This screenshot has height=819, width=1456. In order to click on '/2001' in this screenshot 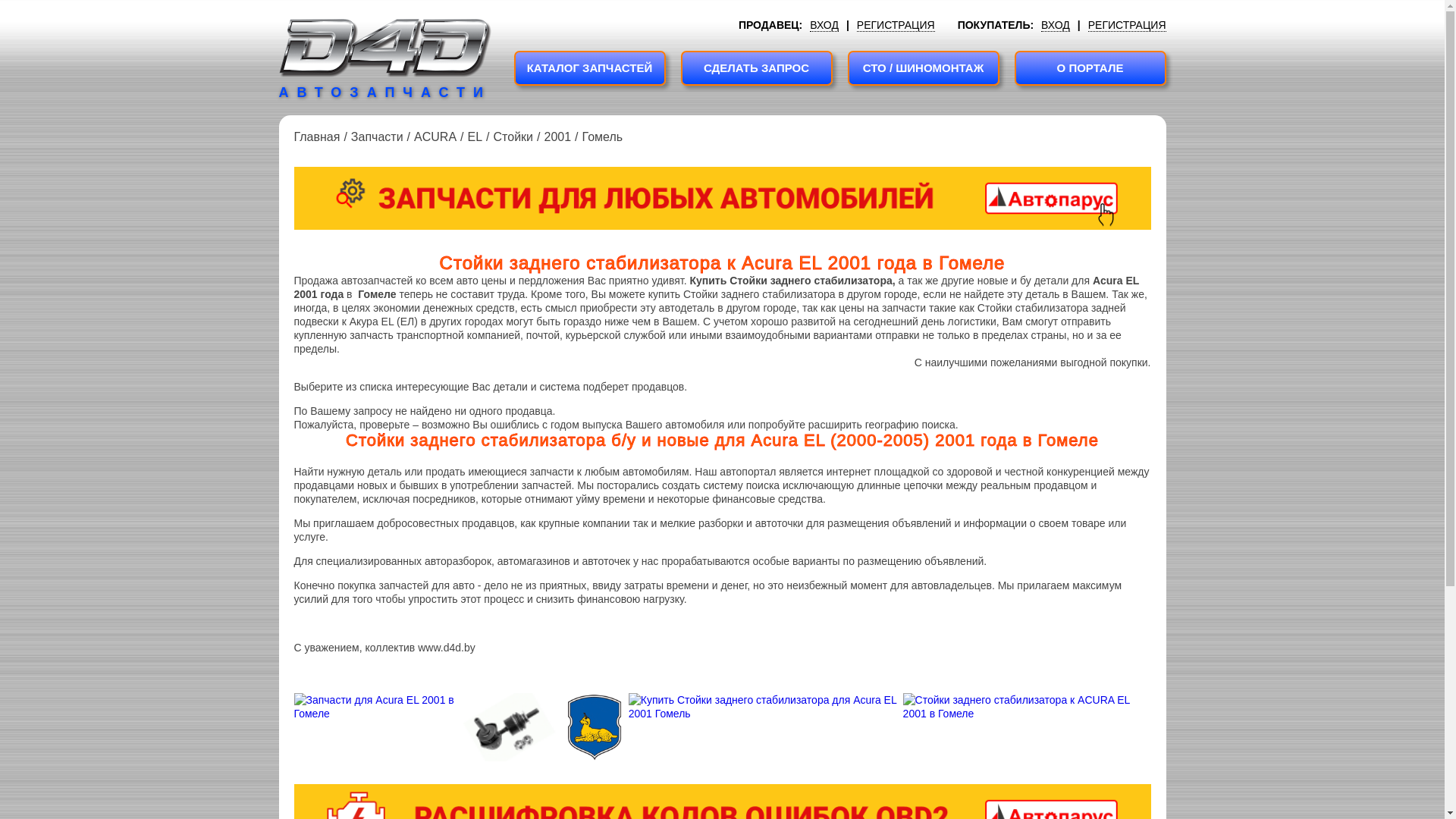, I will do `click(532, 137)`.